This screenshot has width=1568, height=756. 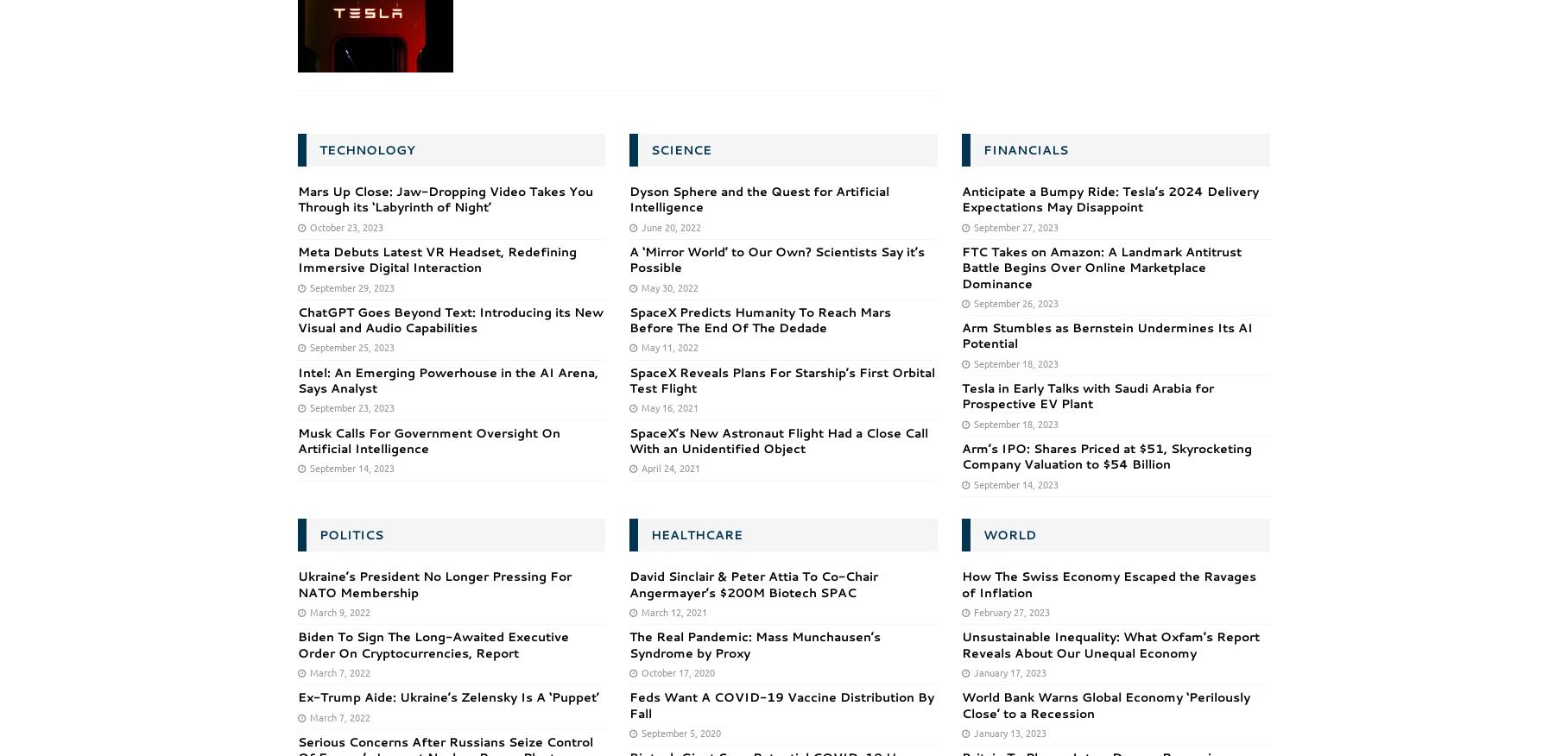 I want to click on 'September 25, 2023', so click(x=350, y=346).